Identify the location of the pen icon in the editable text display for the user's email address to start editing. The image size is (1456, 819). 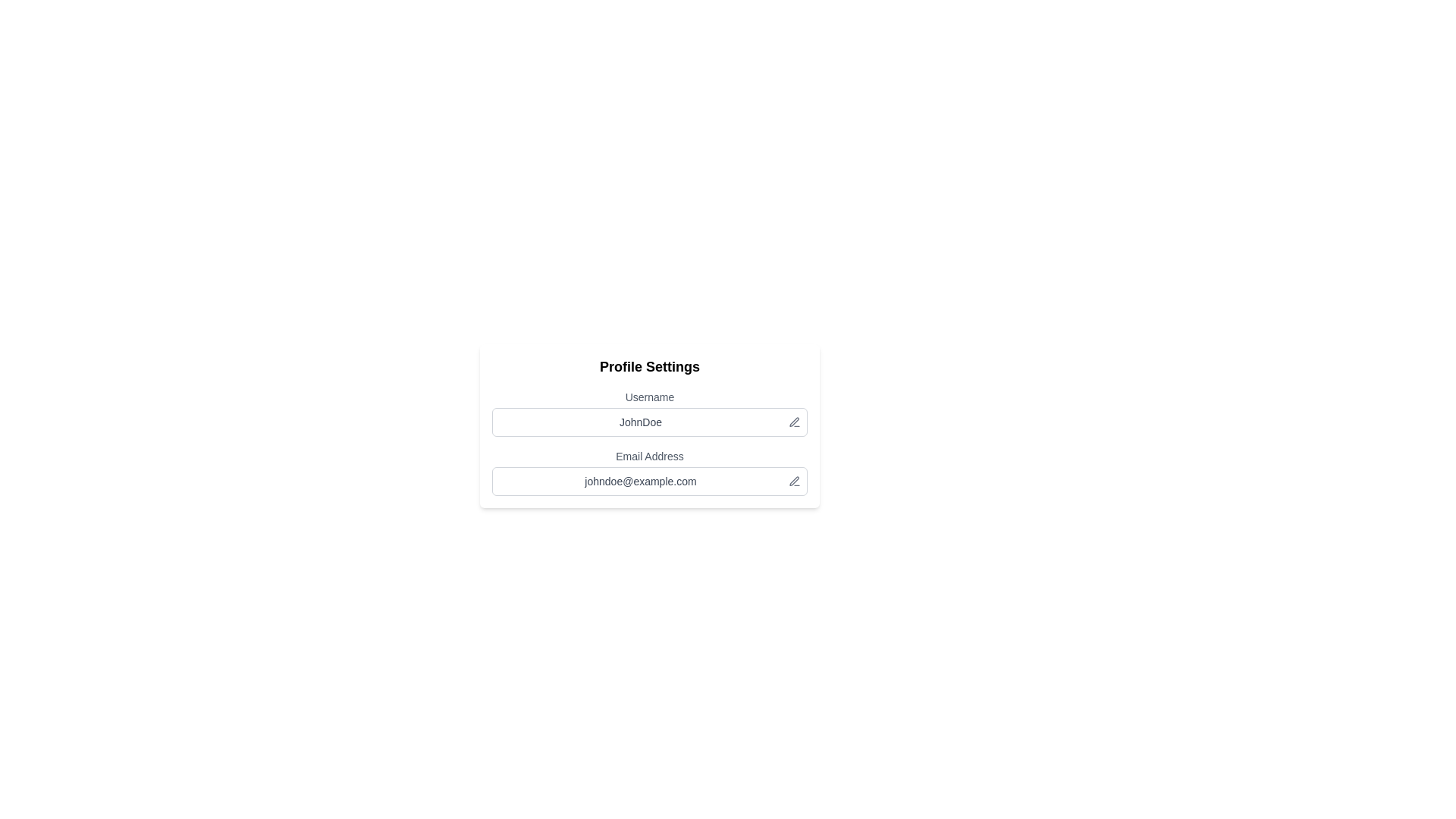
(650, 482).